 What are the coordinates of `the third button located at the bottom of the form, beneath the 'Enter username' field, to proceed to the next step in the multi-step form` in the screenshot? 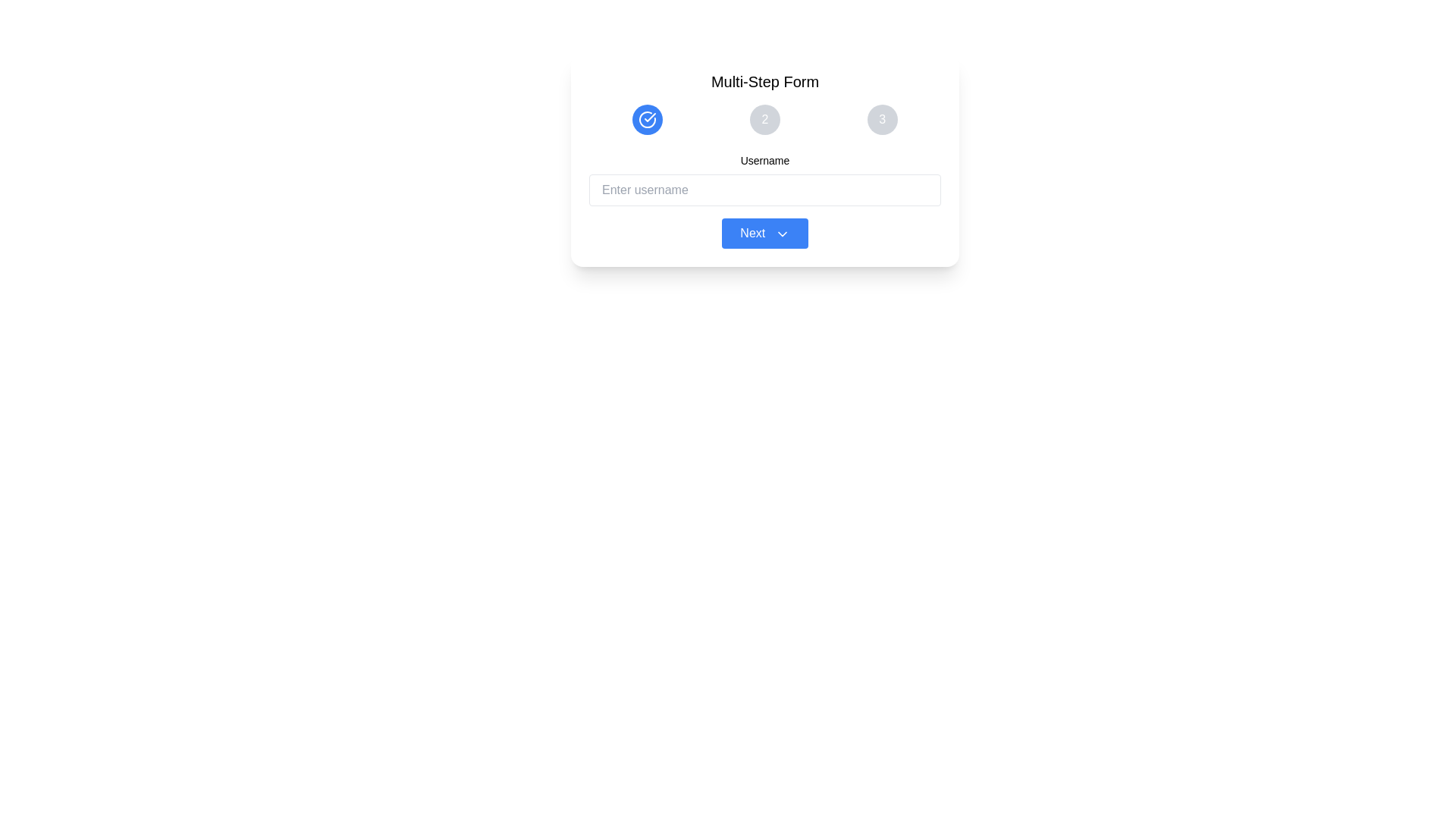 It's located at (764, 234).